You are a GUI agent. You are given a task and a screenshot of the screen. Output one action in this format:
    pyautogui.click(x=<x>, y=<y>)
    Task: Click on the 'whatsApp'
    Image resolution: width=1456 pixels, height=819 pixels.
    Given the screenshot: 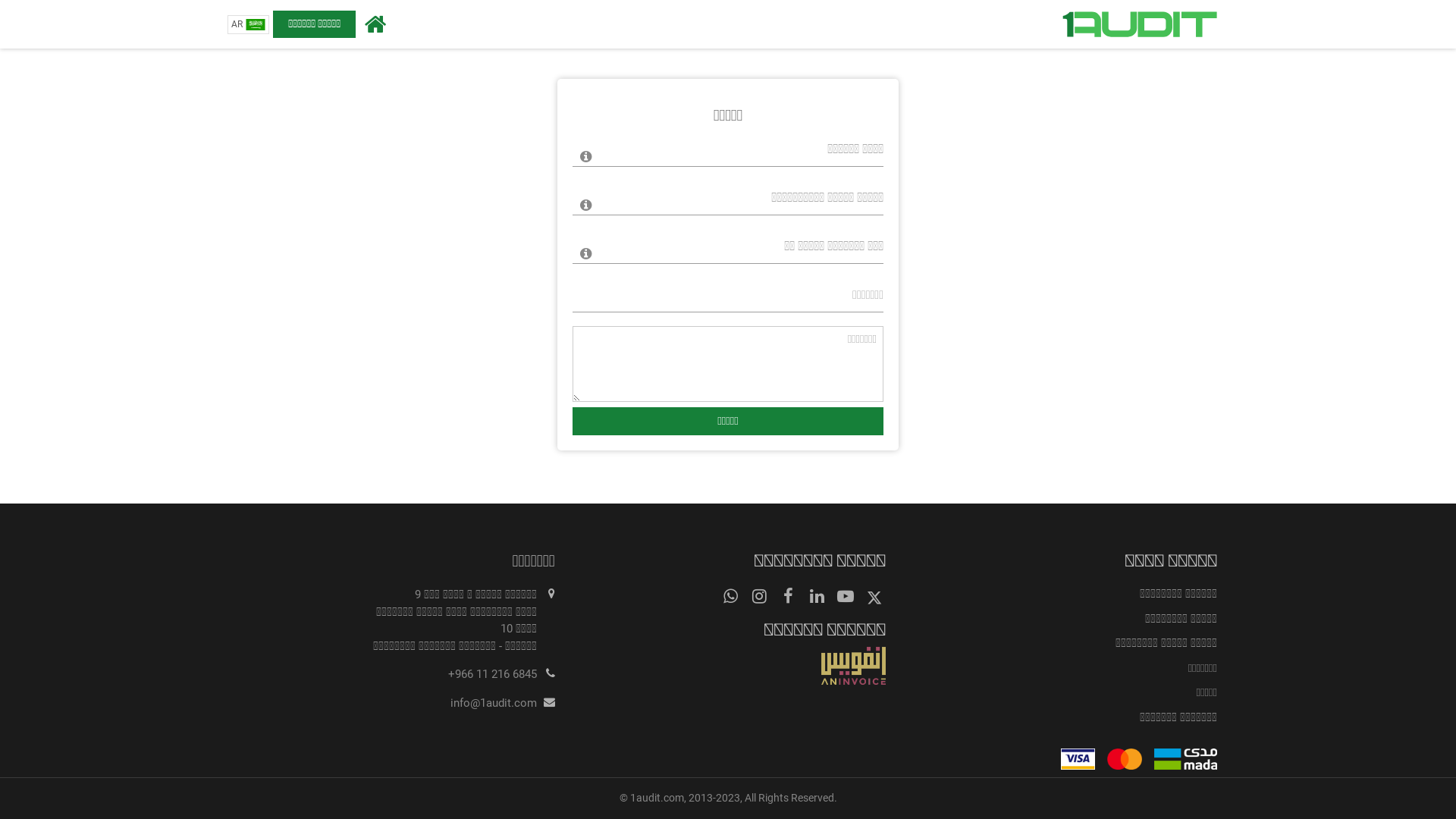 What is the action you would take?
    pyautogui.click(x=730, y=595)
    